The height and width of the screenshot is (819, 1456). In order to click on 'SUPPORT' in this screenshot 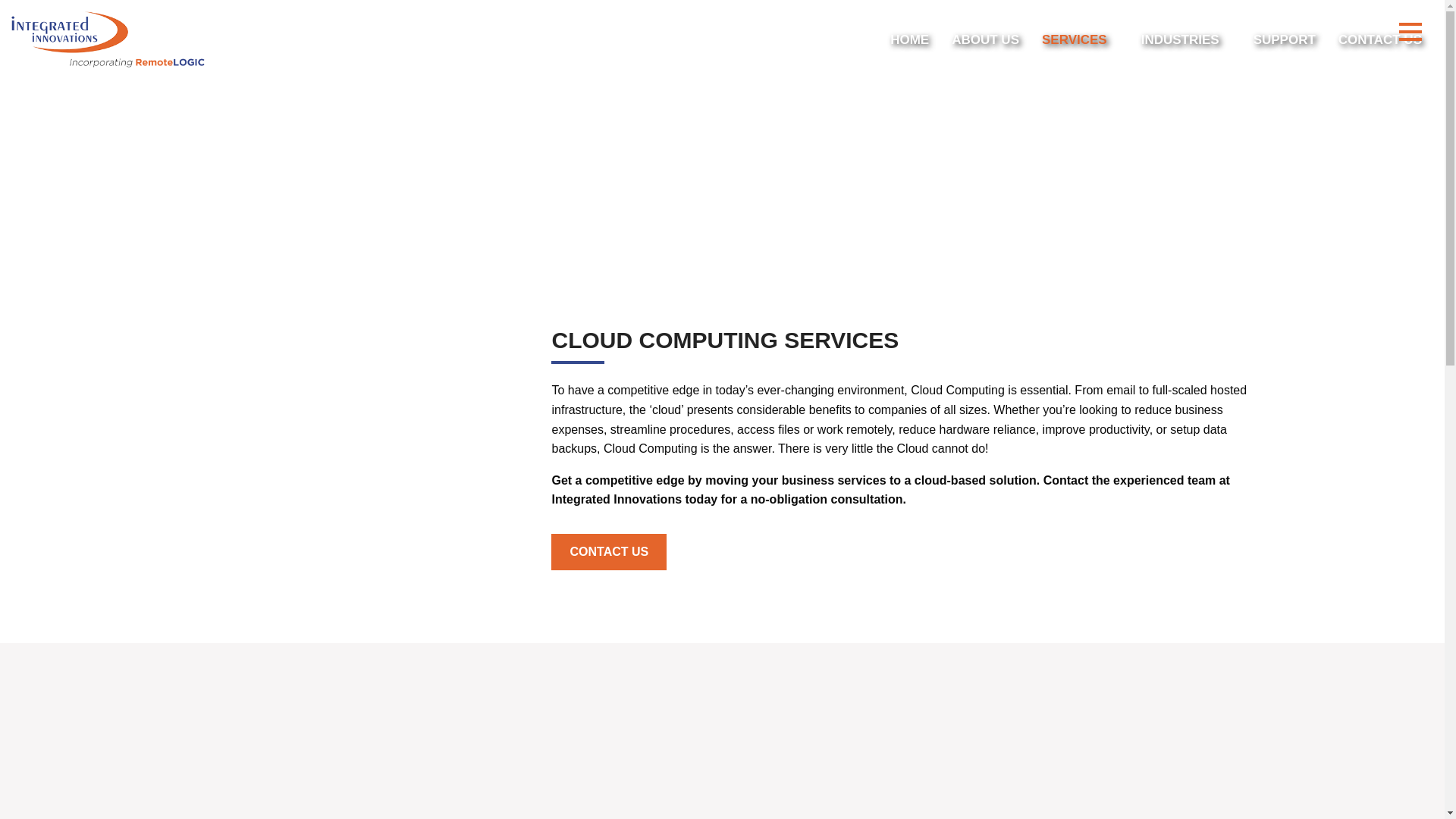, I will do `click(1253, 38)`.